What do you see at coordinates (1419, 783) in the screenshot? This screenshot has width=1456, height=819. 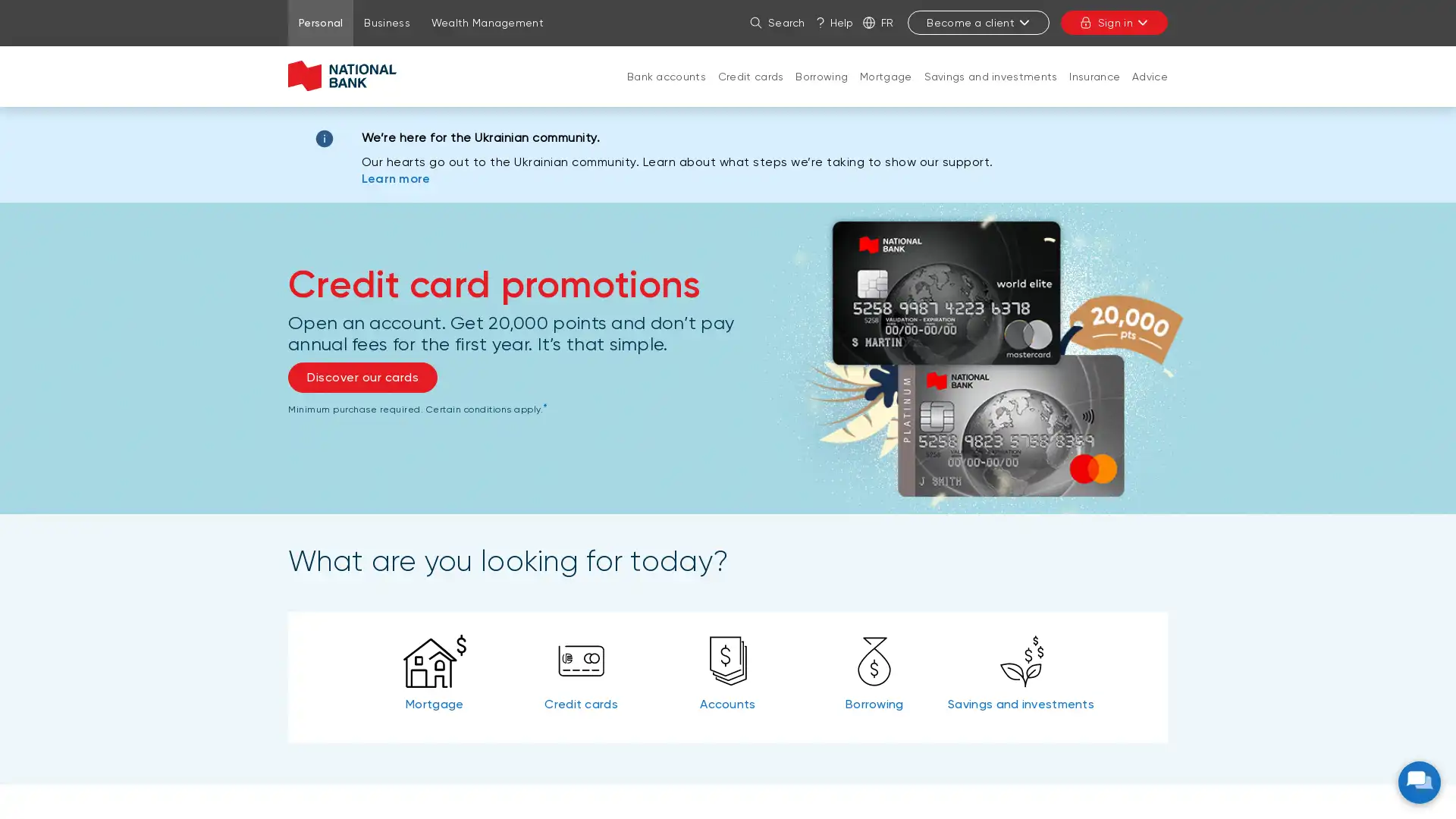 I see `NBC virtual assistant` at bounding box center [1419, 783].